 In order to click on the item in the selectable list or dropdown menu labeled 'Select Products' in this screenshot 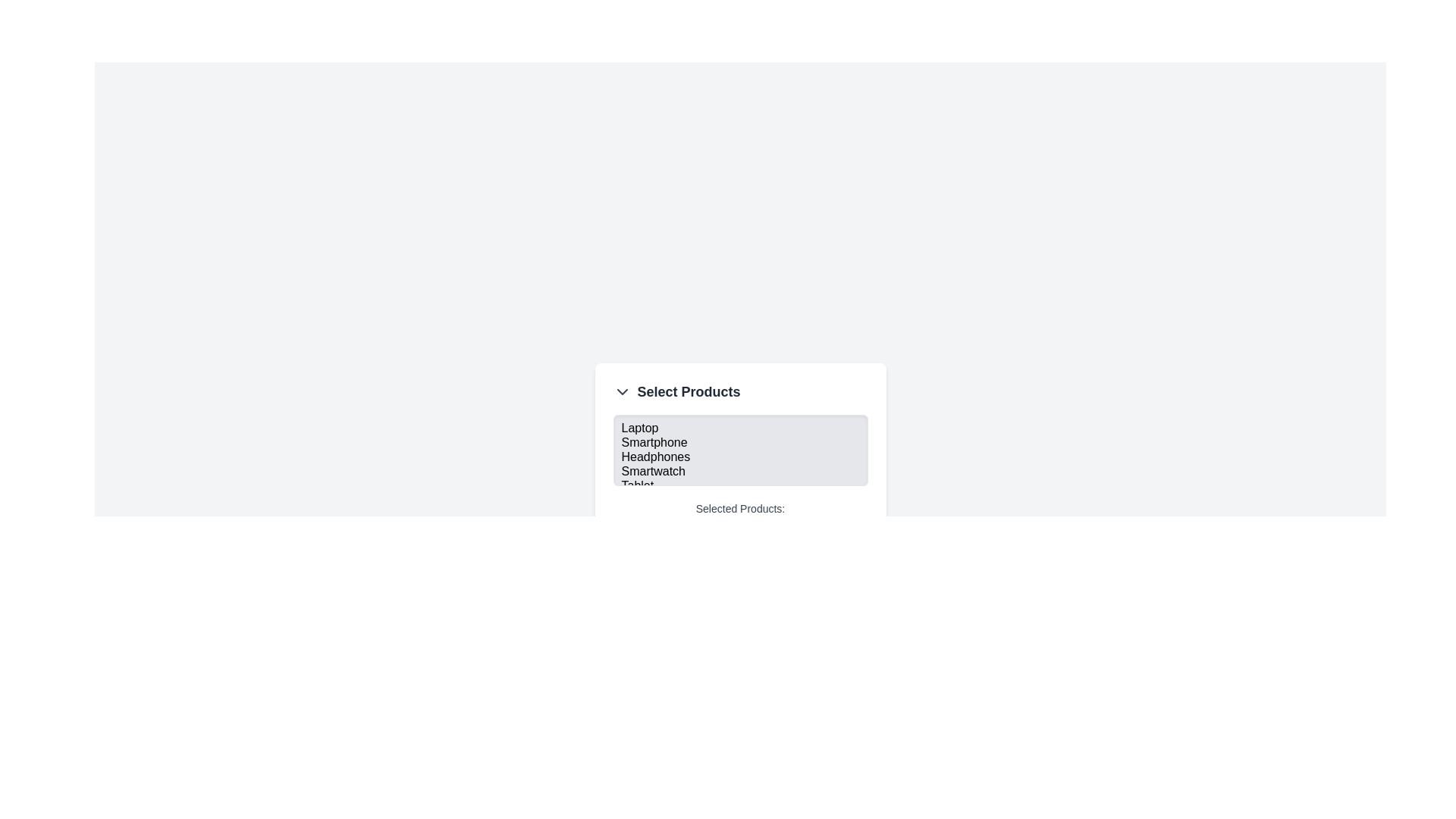, I will do `click(740, 470)`.